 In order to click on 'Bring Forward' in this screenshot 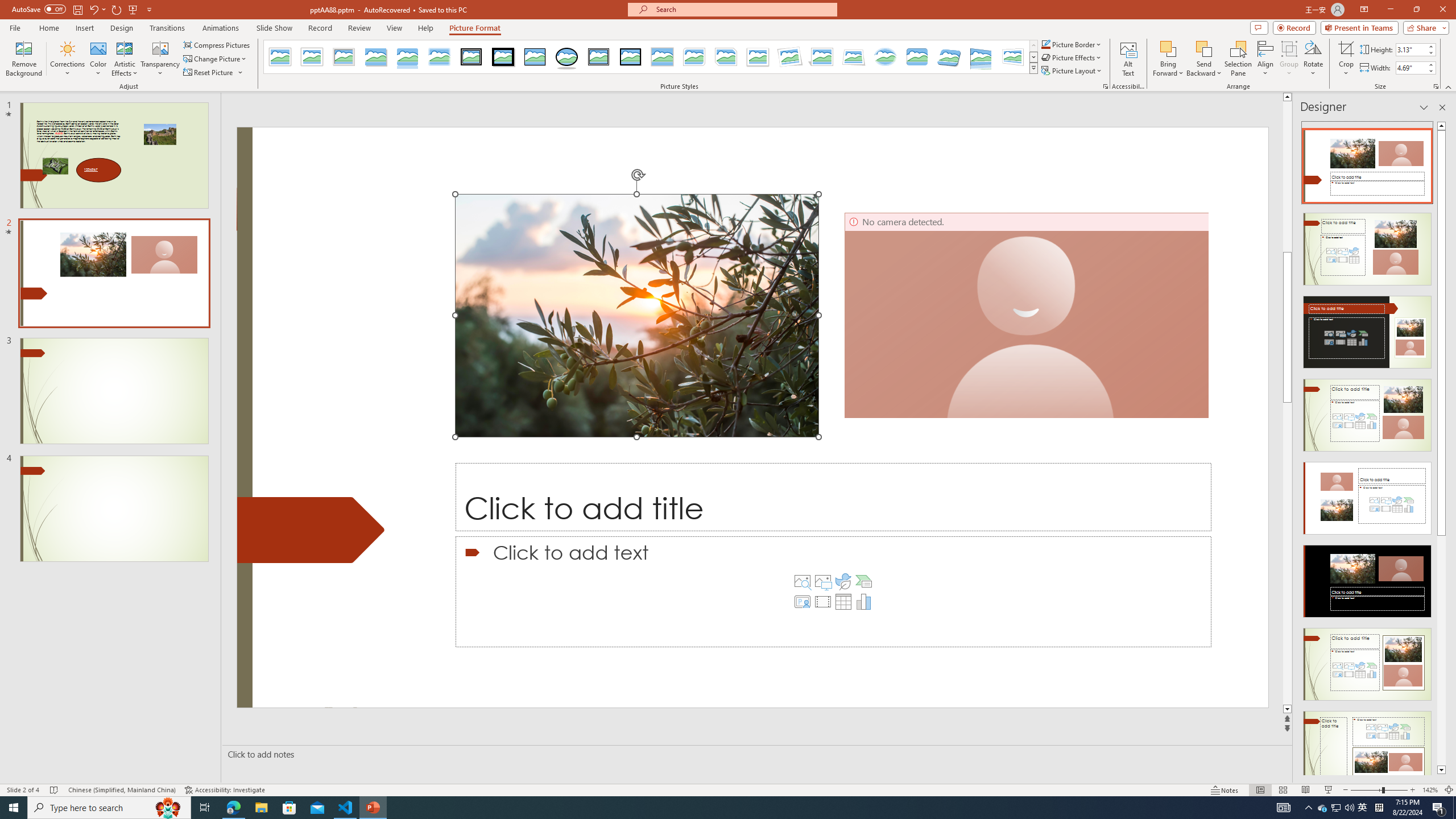, I will do `click(1168, 59)`.